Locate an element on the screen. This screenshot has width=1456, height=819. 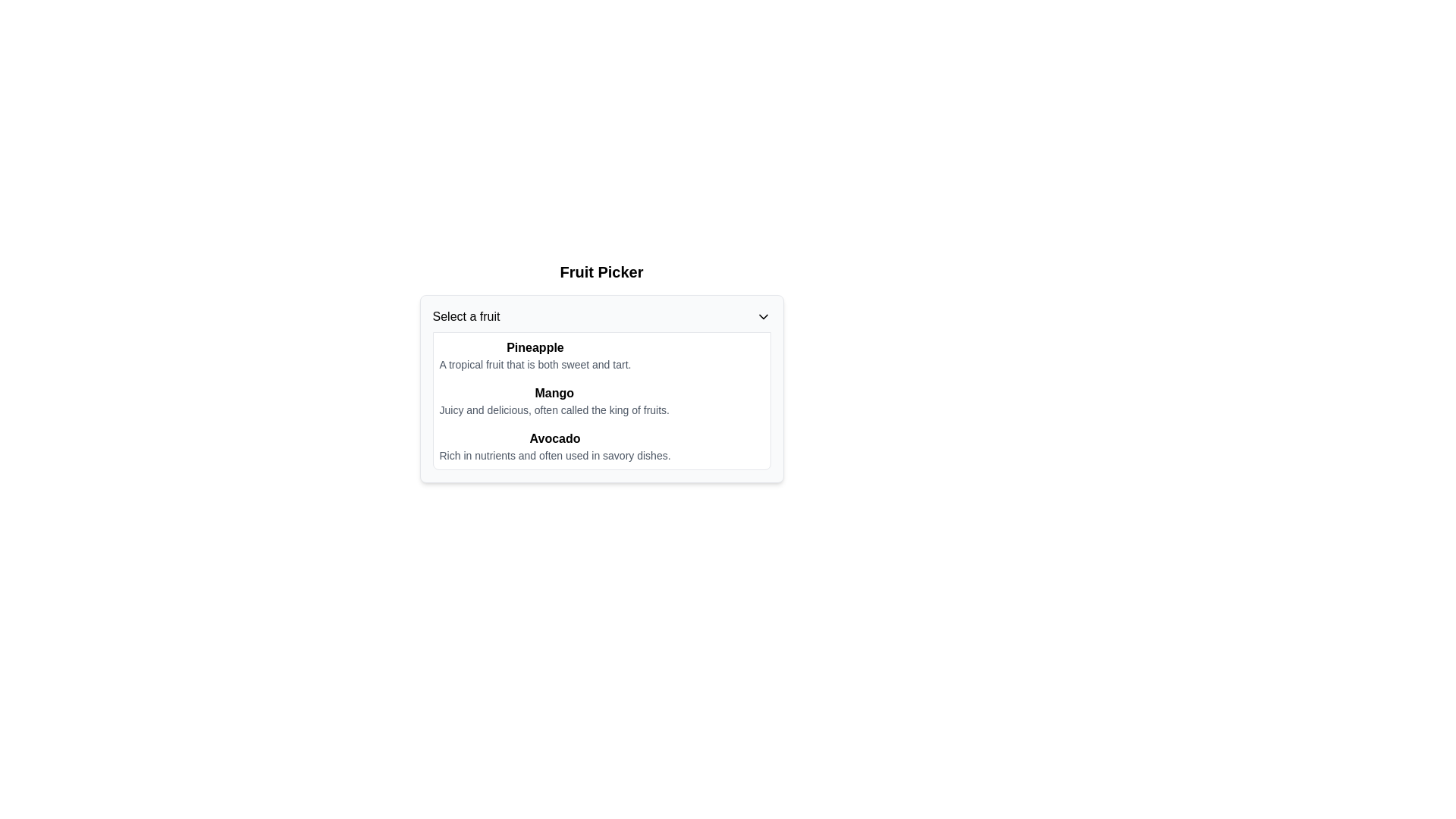
the first selectable list item labeled 'Pineapple' in the fruit picker interface is located at coordinates (601, 356).